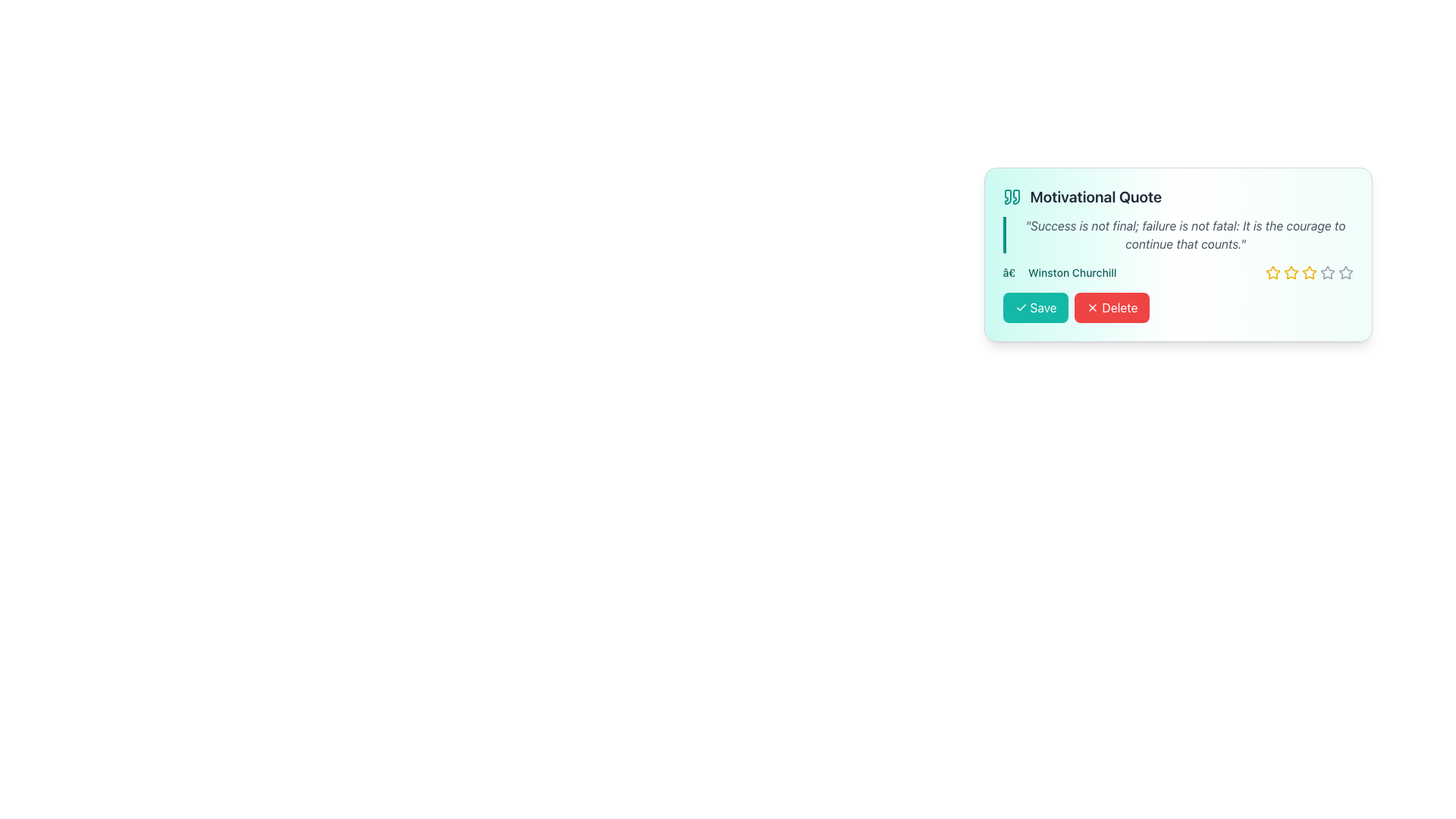  I want to click on the second star-shaped interactive icon used for rating, which allows users to indicate a two-star selection in the rating system, so click(1272, 271).